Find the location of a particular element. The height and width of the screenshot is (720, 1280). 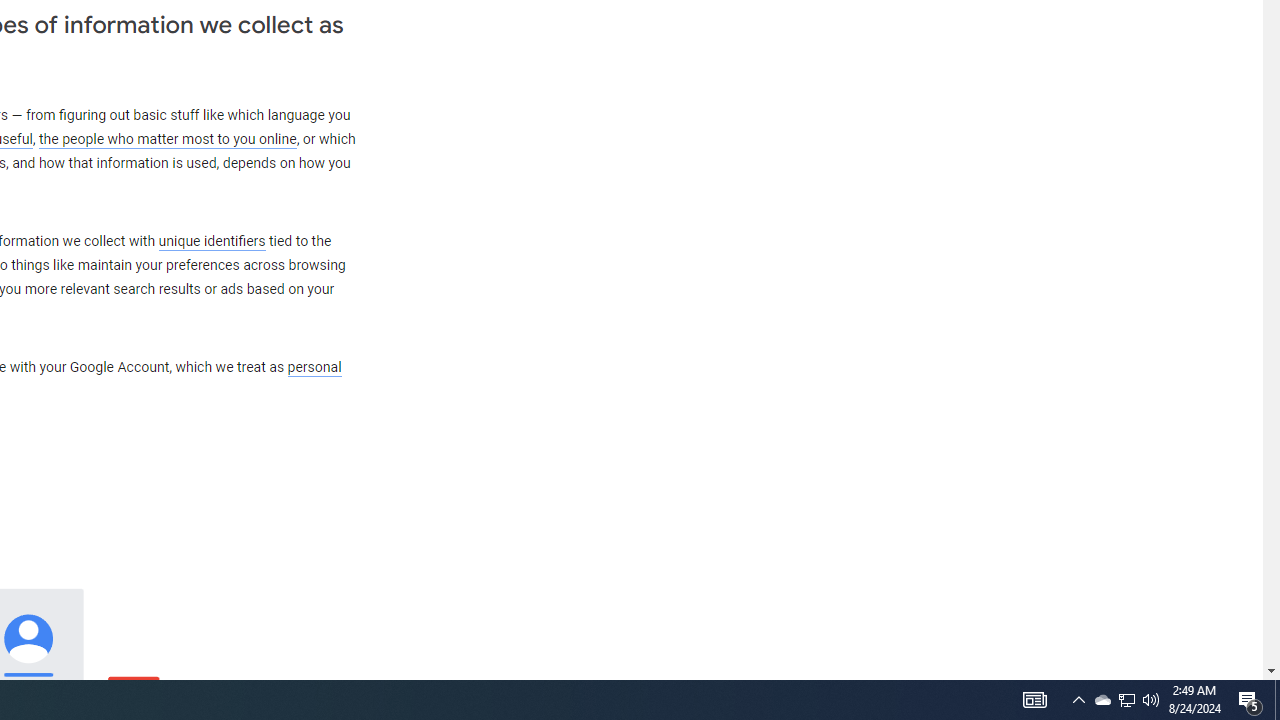

'Q2790: 100%' is located at coordinates (1151, 698).